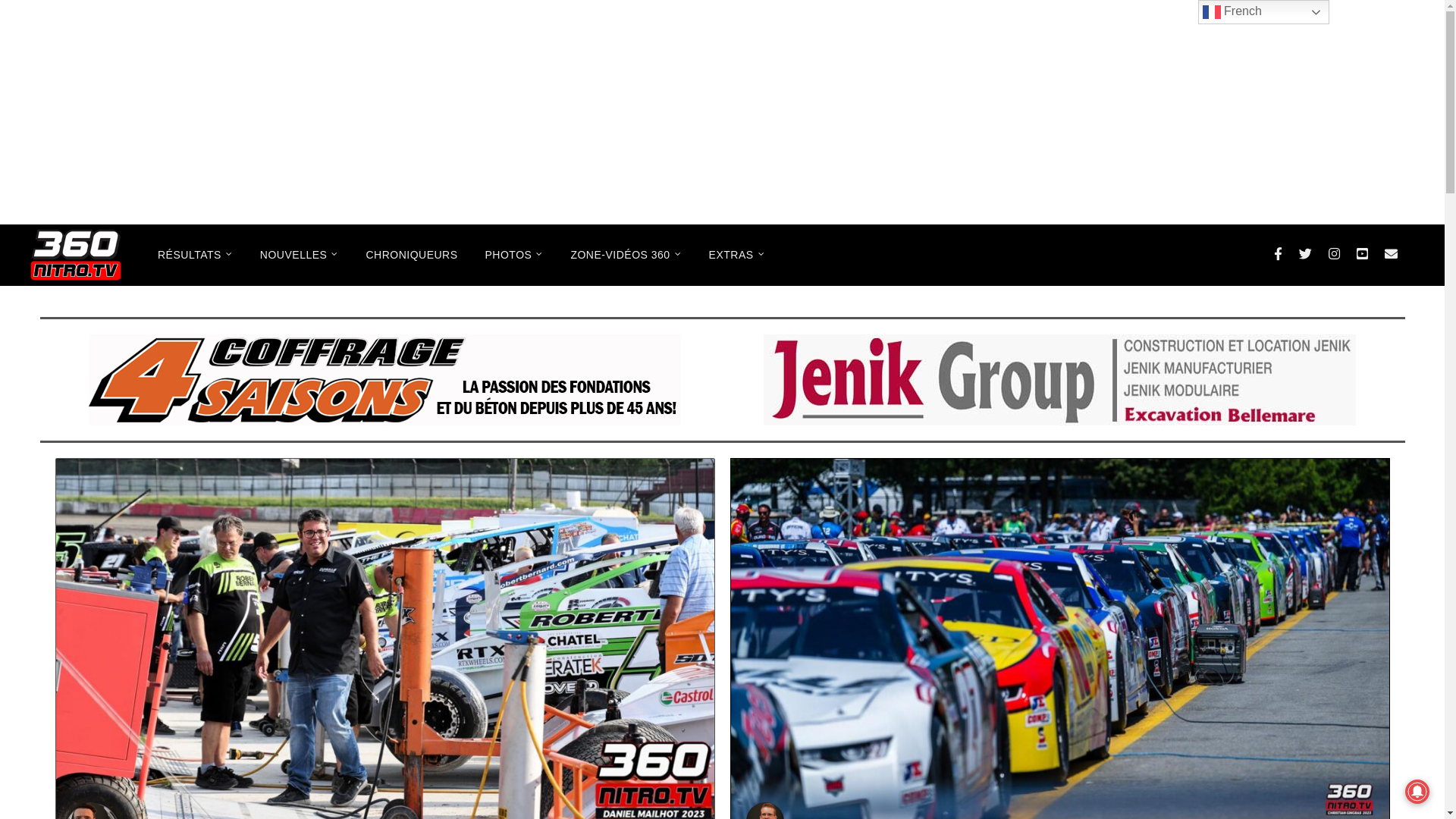 The width and height of the screenshot is (1456, 819). What do you see at coordinates (514, 253) in the screenshot?
I see `'PHOTOS'` at bounding box center [514, 253].